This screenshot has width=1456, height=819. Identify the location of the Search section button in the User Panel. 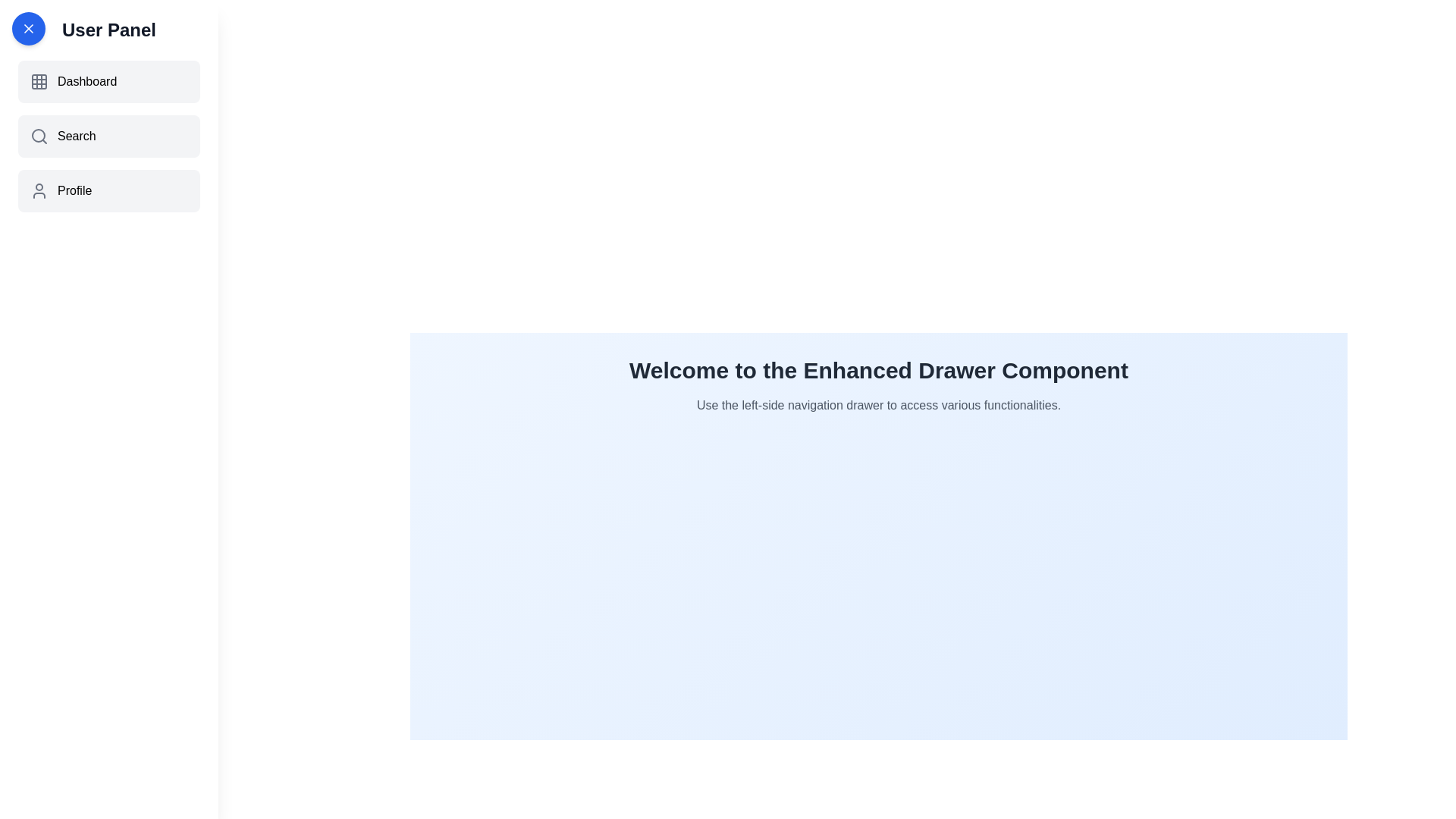
(108, 136).